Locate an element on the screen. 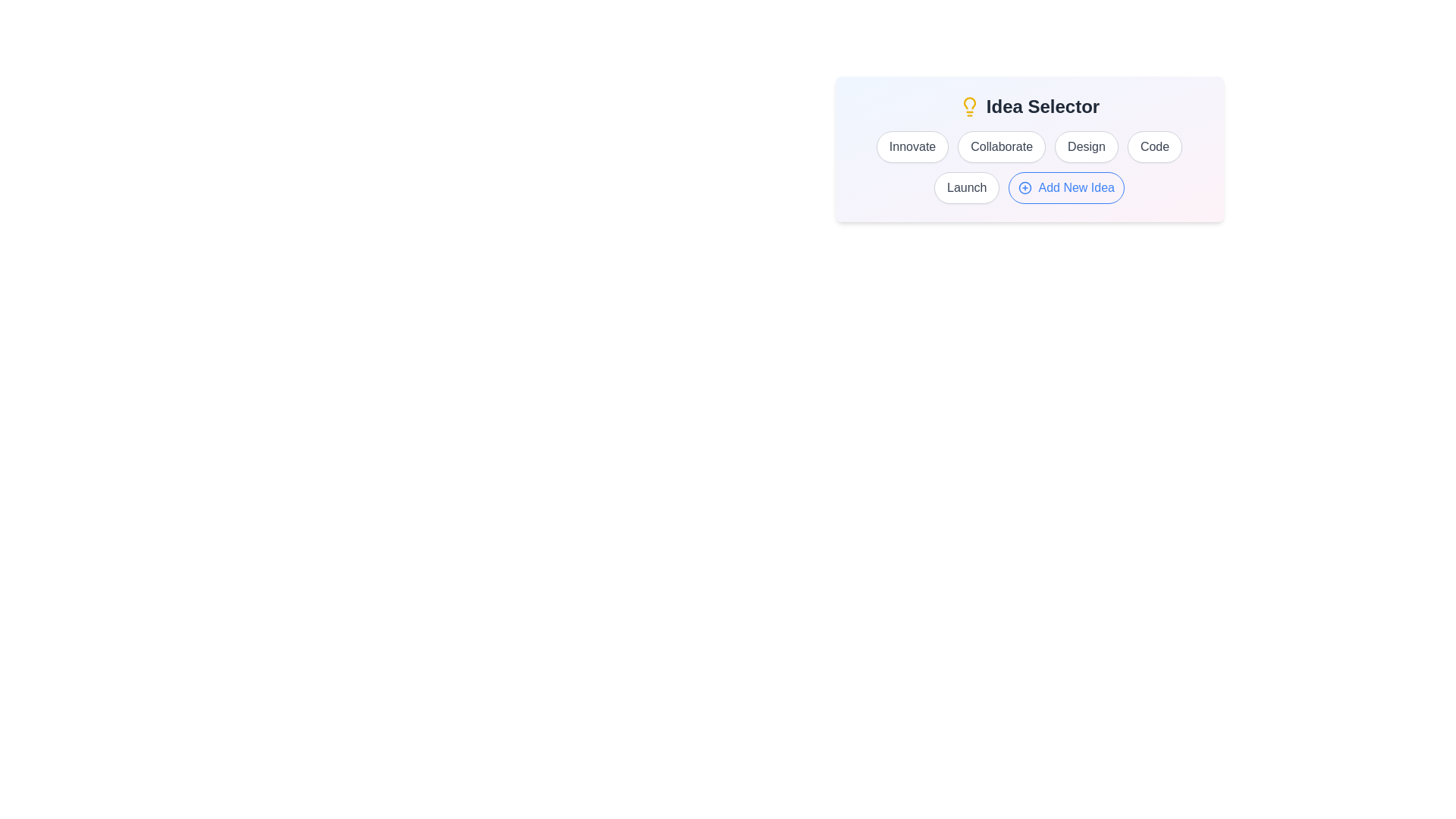 The width and height of the screenshot is (1456, 819). the idea labeled Collaborate to select it is located at coordinates (1002, 146).